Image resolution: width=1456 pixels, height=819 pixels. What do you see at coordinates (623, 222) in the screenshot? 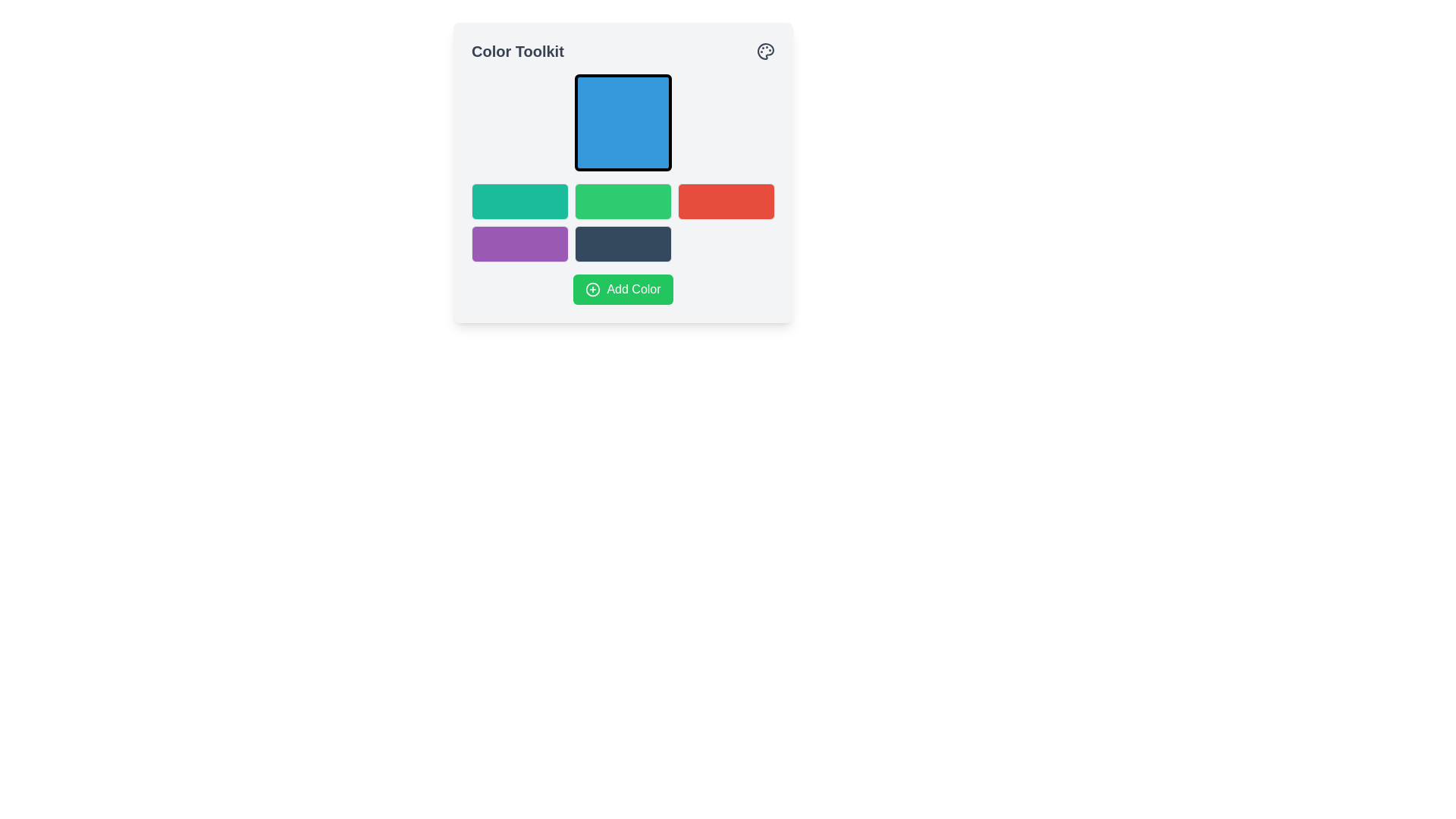
I see `the specific block in the Color Toolkit grid layout` at bounding box center [623, 222].